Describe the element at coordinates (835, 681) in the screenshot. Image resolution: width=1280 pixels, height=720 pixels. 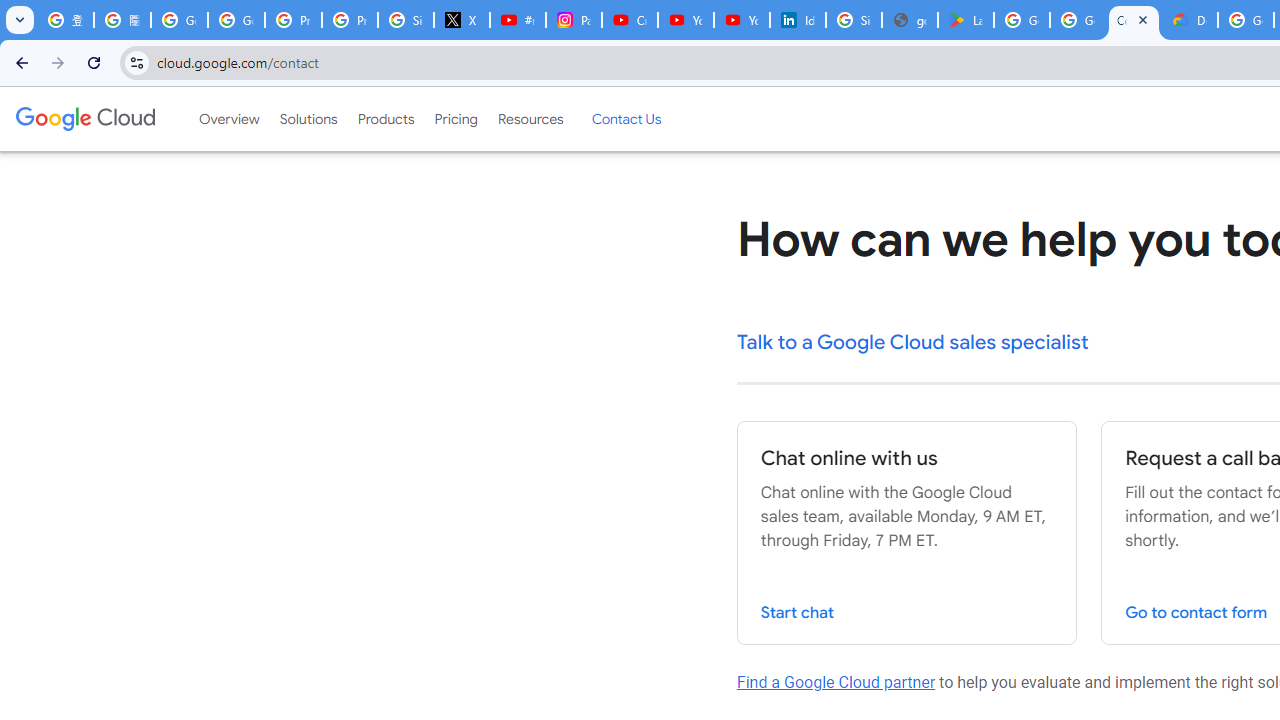
I see `'Find a Google Cloud partner'` at that location.